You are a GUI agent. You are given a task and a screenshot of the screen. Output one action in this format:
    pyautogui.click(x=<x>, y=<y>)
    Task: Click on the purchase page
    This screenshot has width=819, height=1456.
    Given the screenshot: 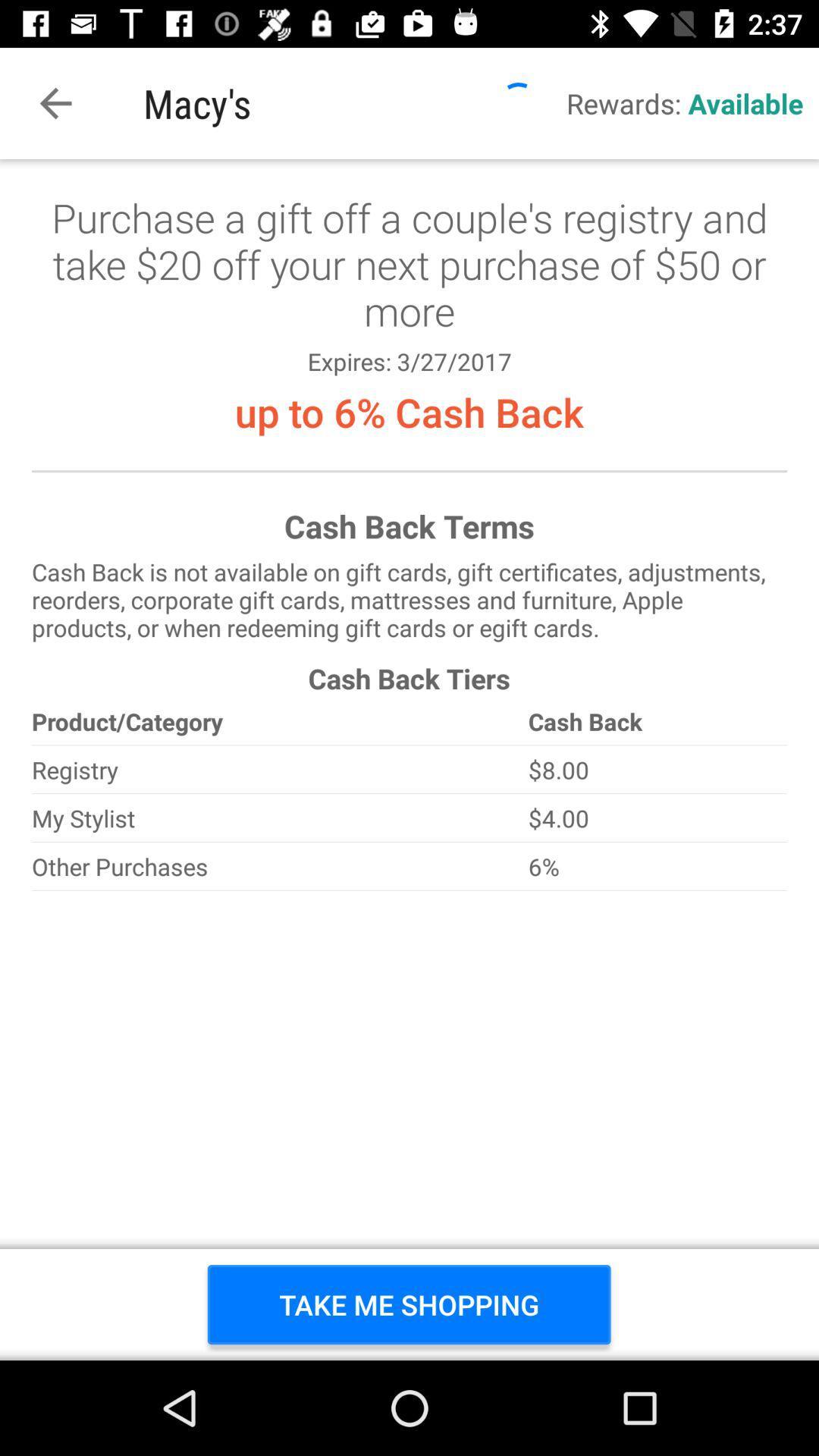 What is the action you would take?
    pyautogui.click(x=409, y=760)
    